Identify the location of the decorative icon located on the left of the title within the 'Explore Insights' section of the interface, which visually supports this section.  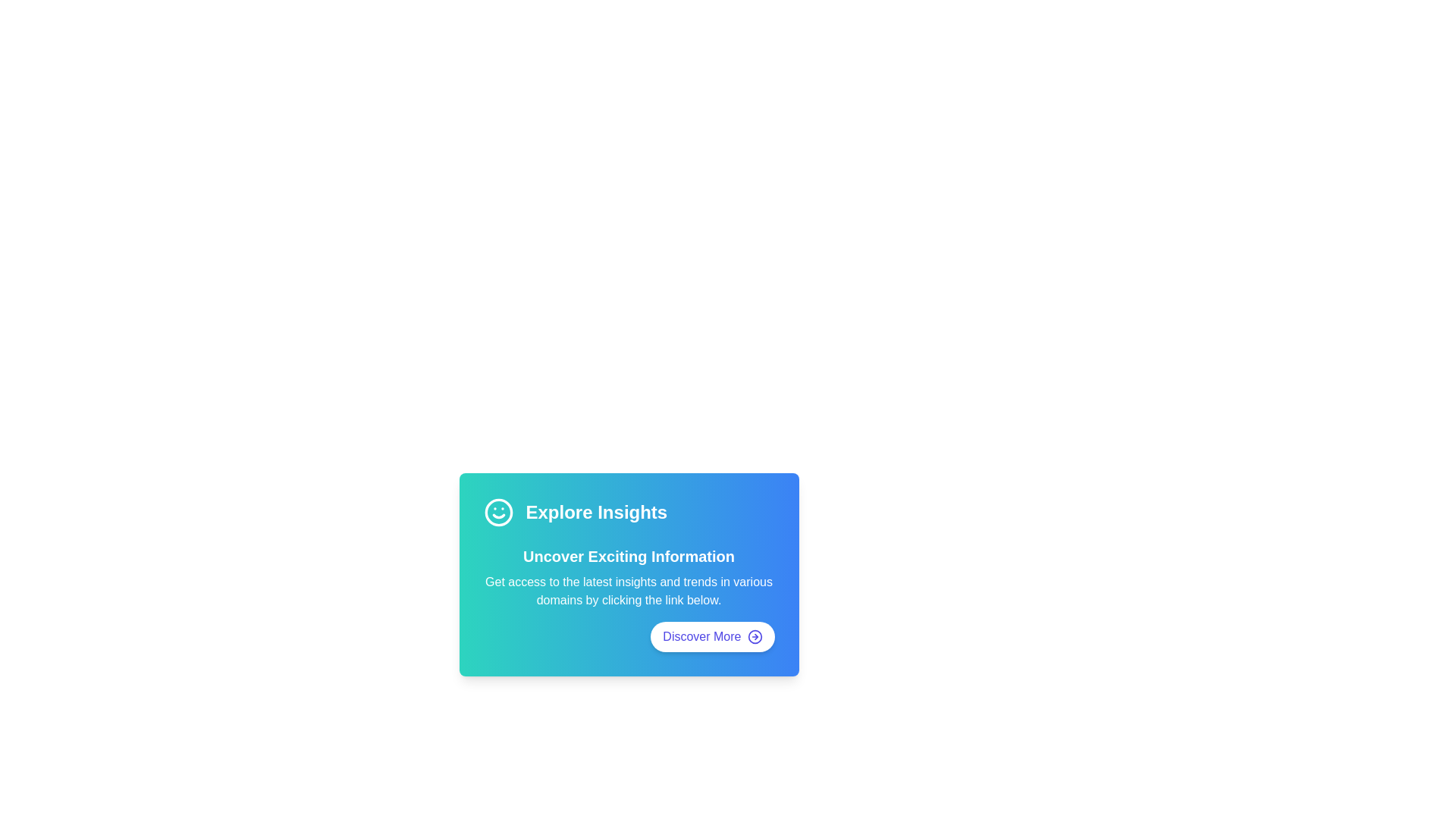
(498, 512).